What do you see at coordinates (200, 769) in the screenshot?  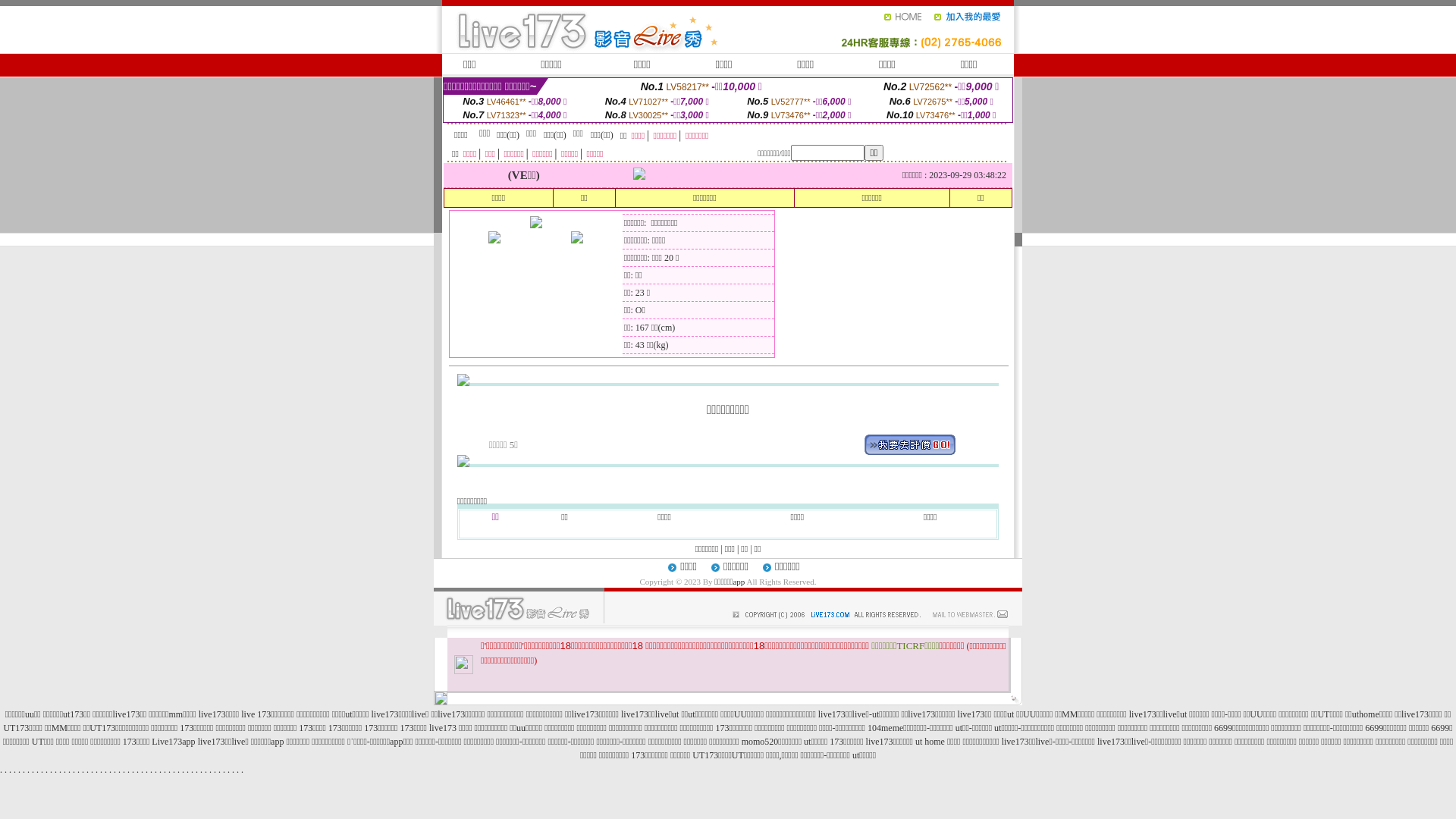 I see `'.'` at bounding box center [200, 769].